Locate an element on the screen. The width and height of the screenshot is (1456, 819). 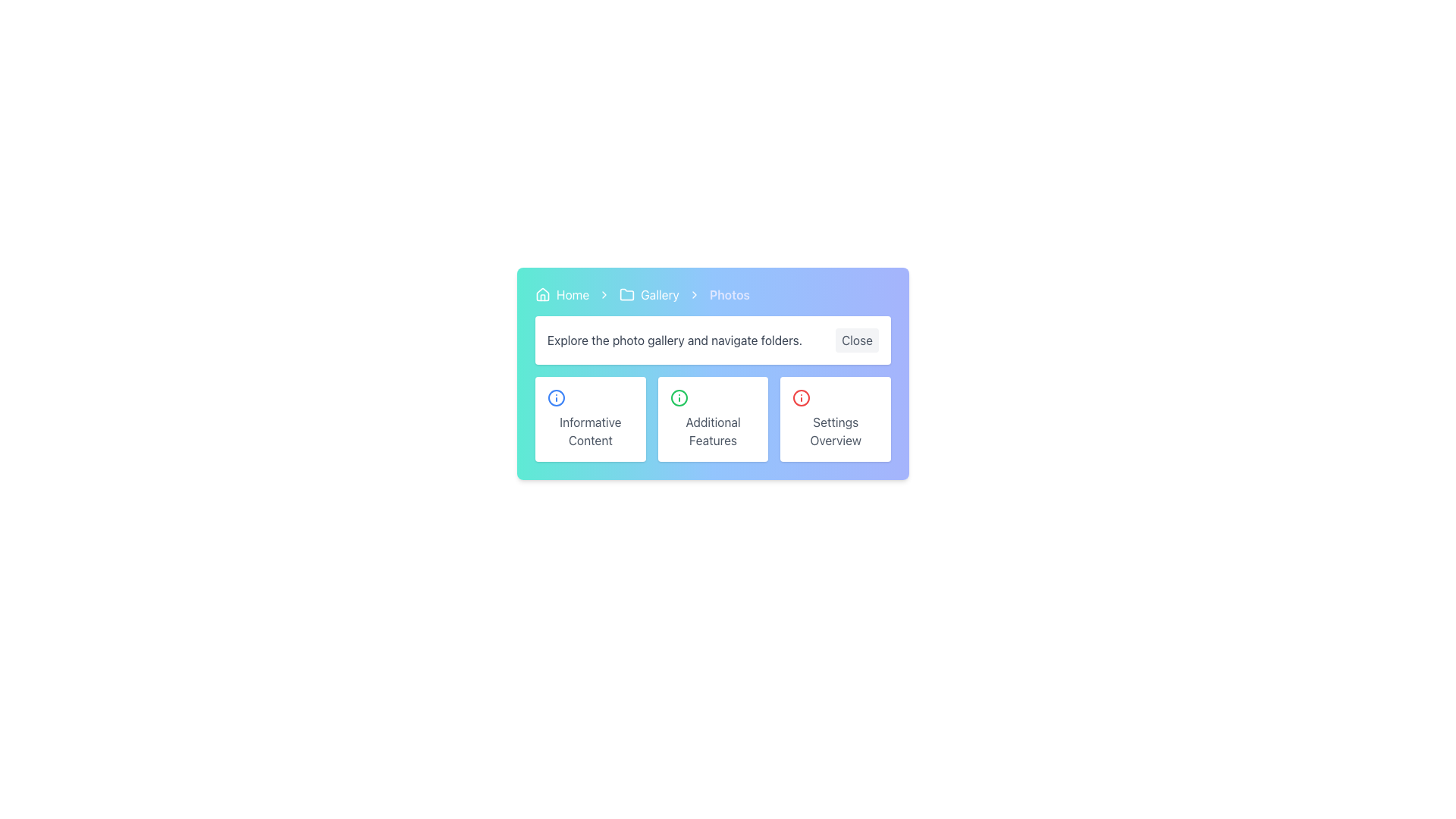
the home icon located to the left of the 'Home' label is located at coordinates (542, 295).